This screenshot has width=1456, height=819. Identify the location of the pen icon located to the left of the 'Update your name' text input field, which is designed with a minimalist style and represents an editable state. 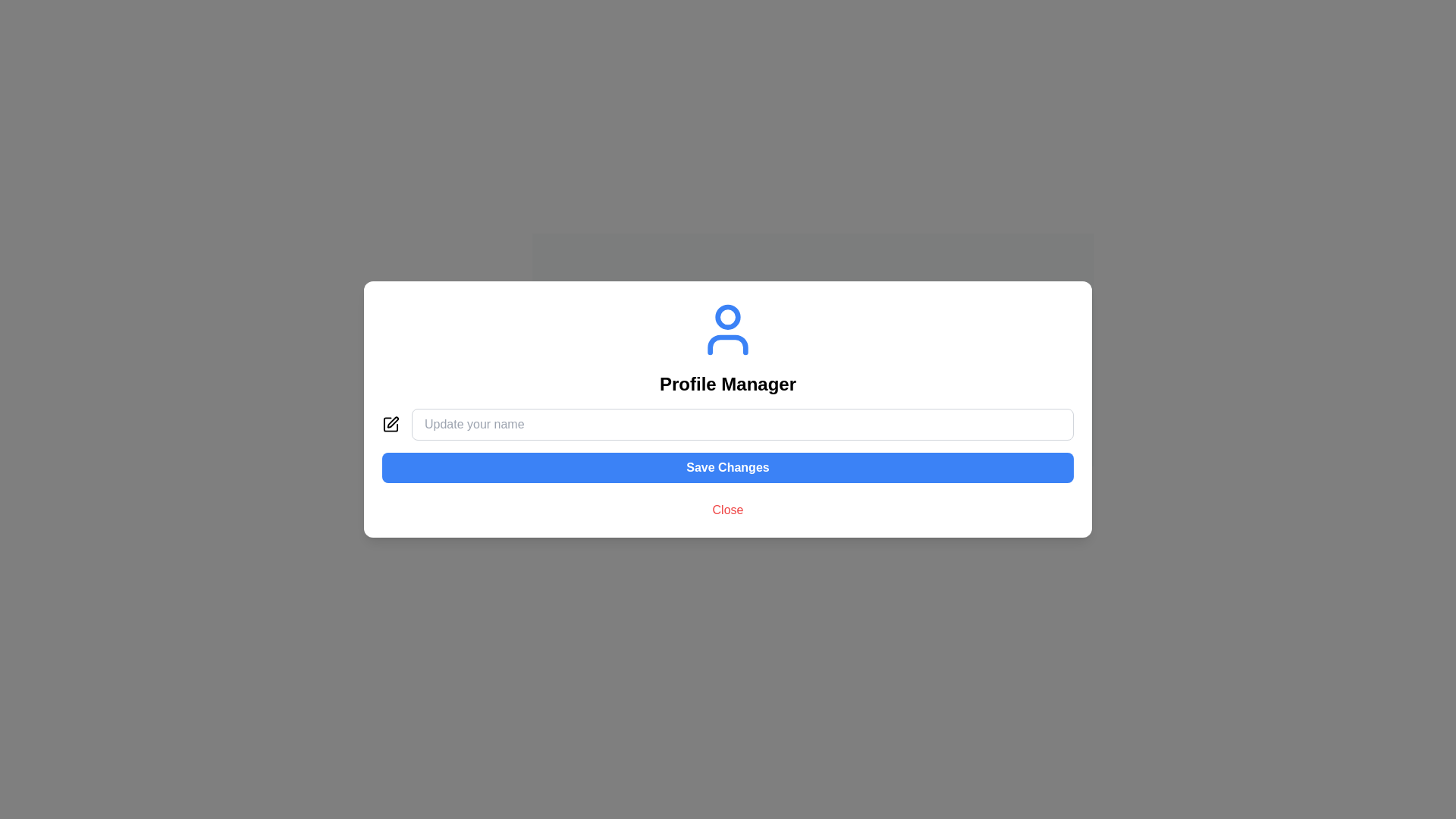
(391, 424).